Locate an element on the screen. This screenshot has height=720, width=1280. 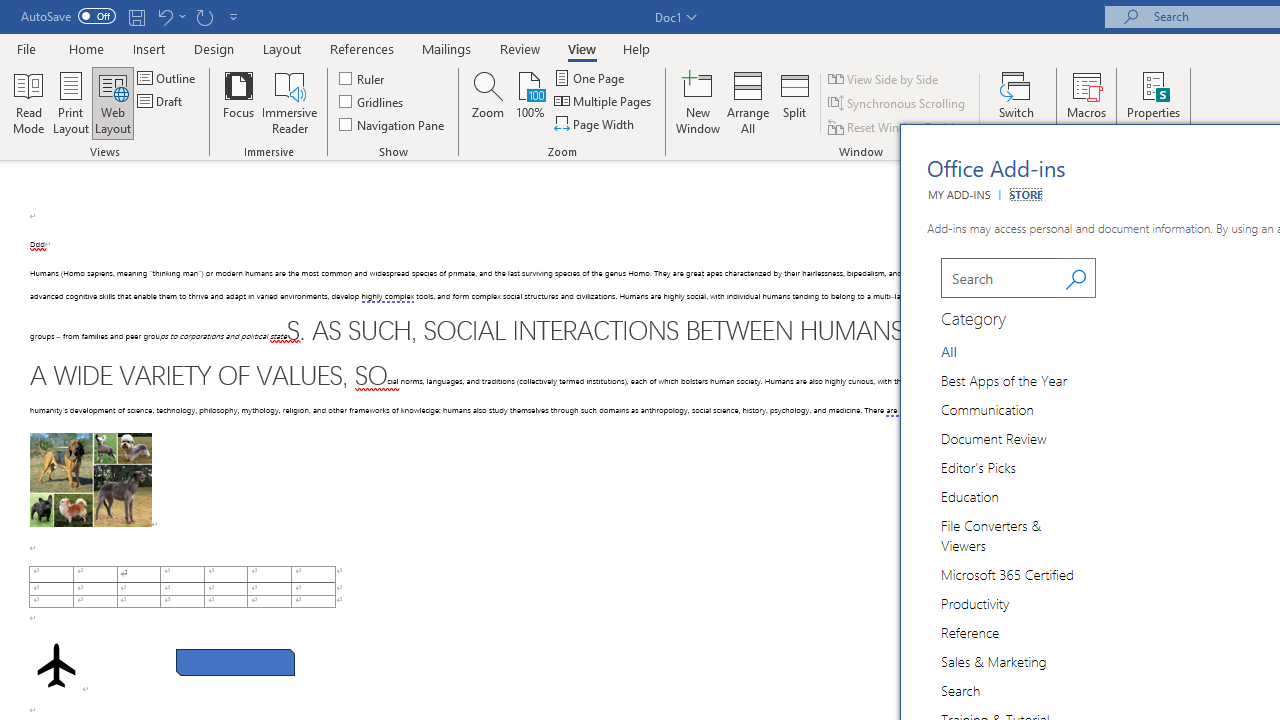
'Focus' is located at coordinates (238, 103).